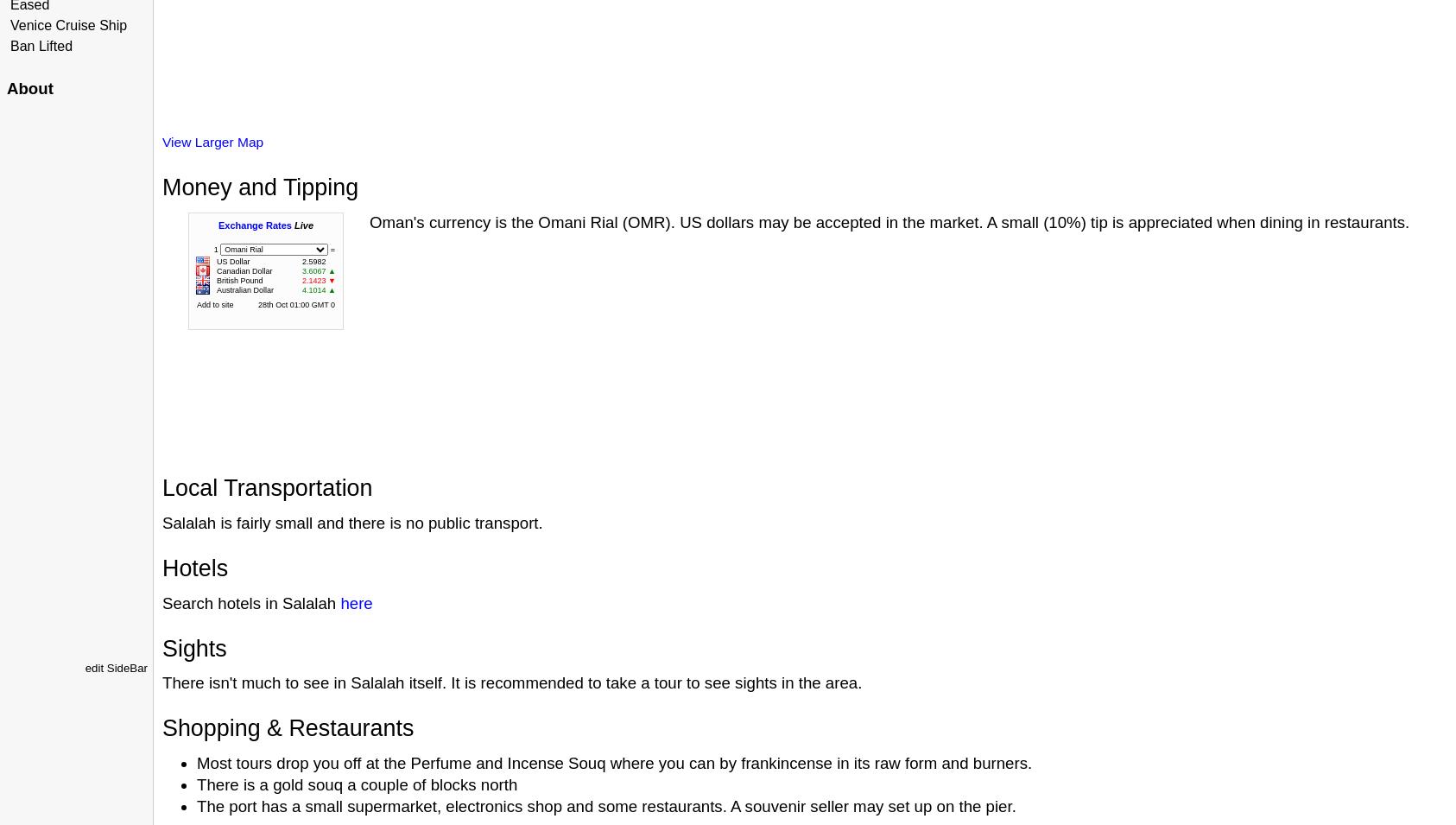  Describe the element at coordinates (196, 805) in the screenshot. I see `'The port has a small supermarket, electronics shop and some restaurants.  A souvenir seller may set up on the pier.'` at that location.